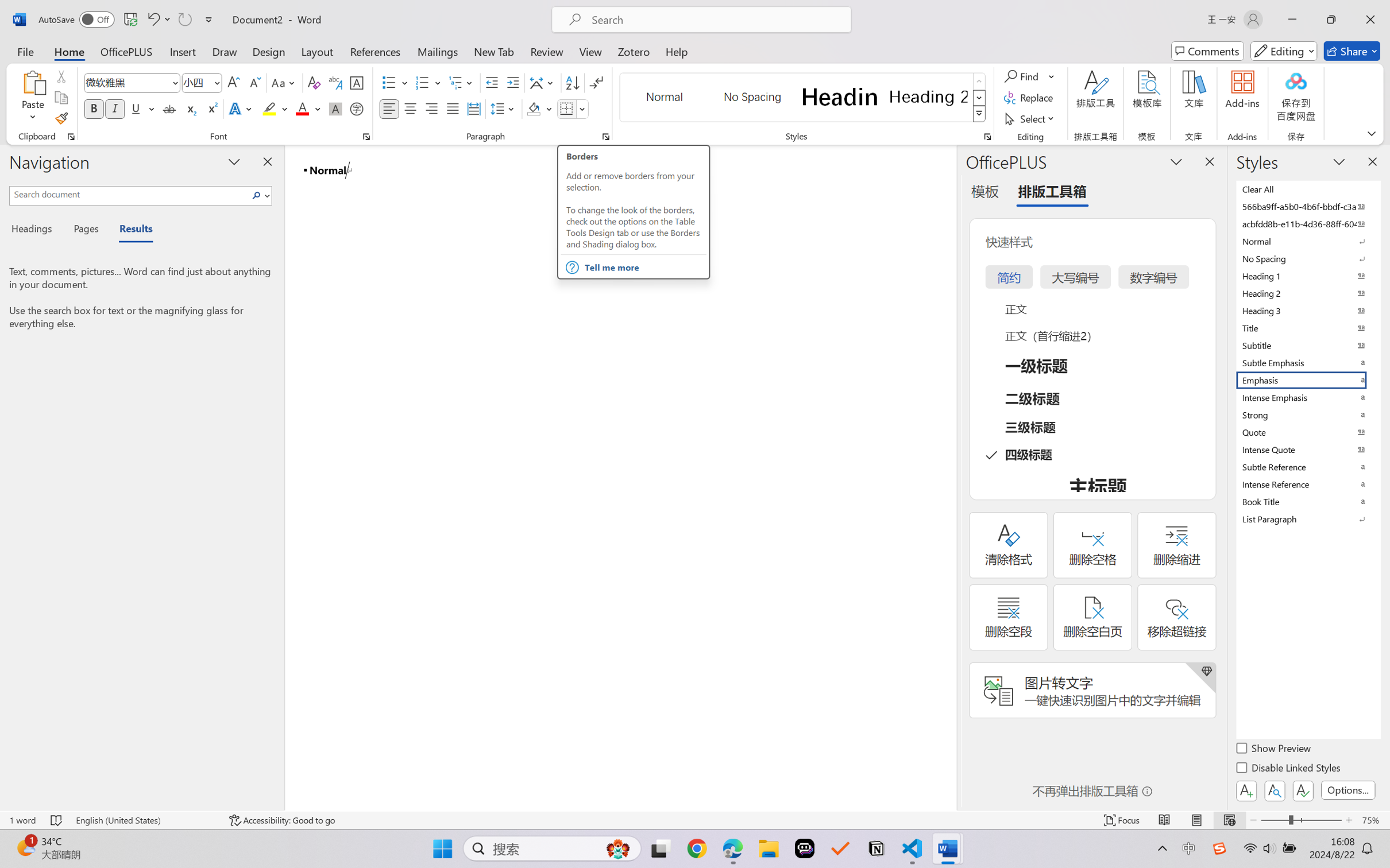  I want to click on 'Select', so click(1031, 119).